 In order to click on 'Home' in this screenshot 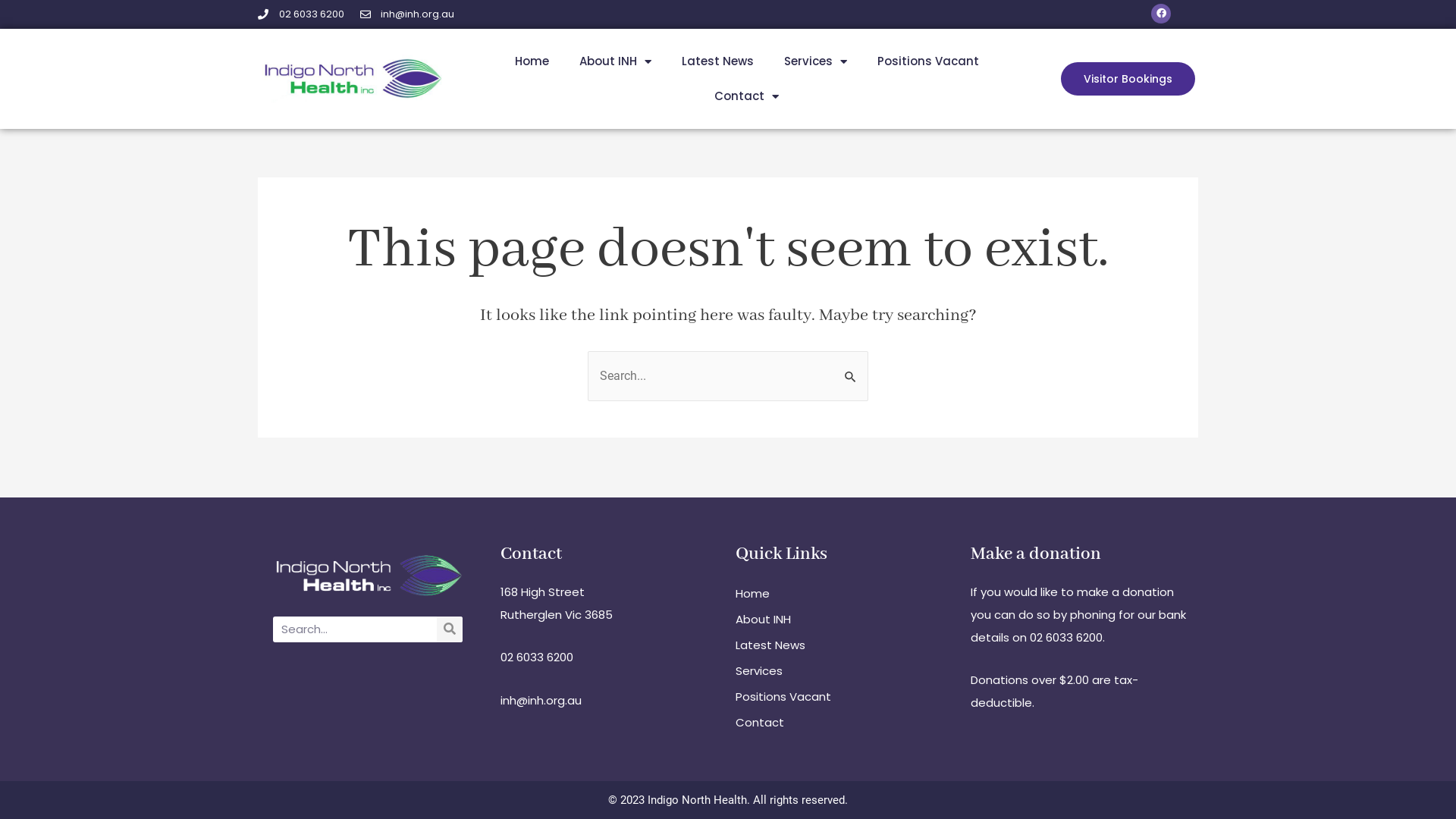, I will do `click(844, 593)`.